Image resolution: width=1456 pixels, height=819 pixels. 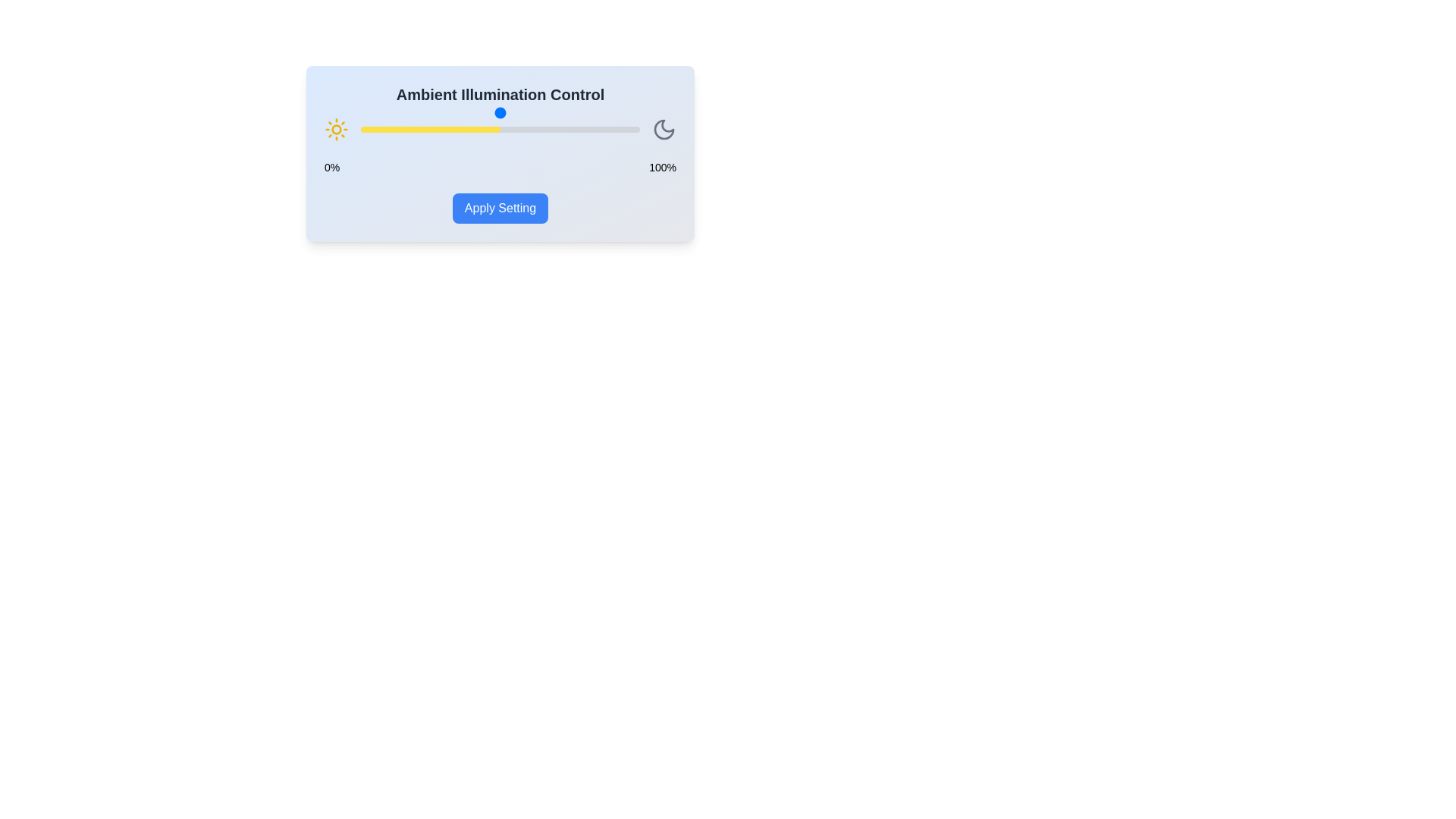 What do you see at coordinates (419, 128) in the screenshot?
I see `the slider to set the illumination level to 21%` at bounding box center [419, 128].